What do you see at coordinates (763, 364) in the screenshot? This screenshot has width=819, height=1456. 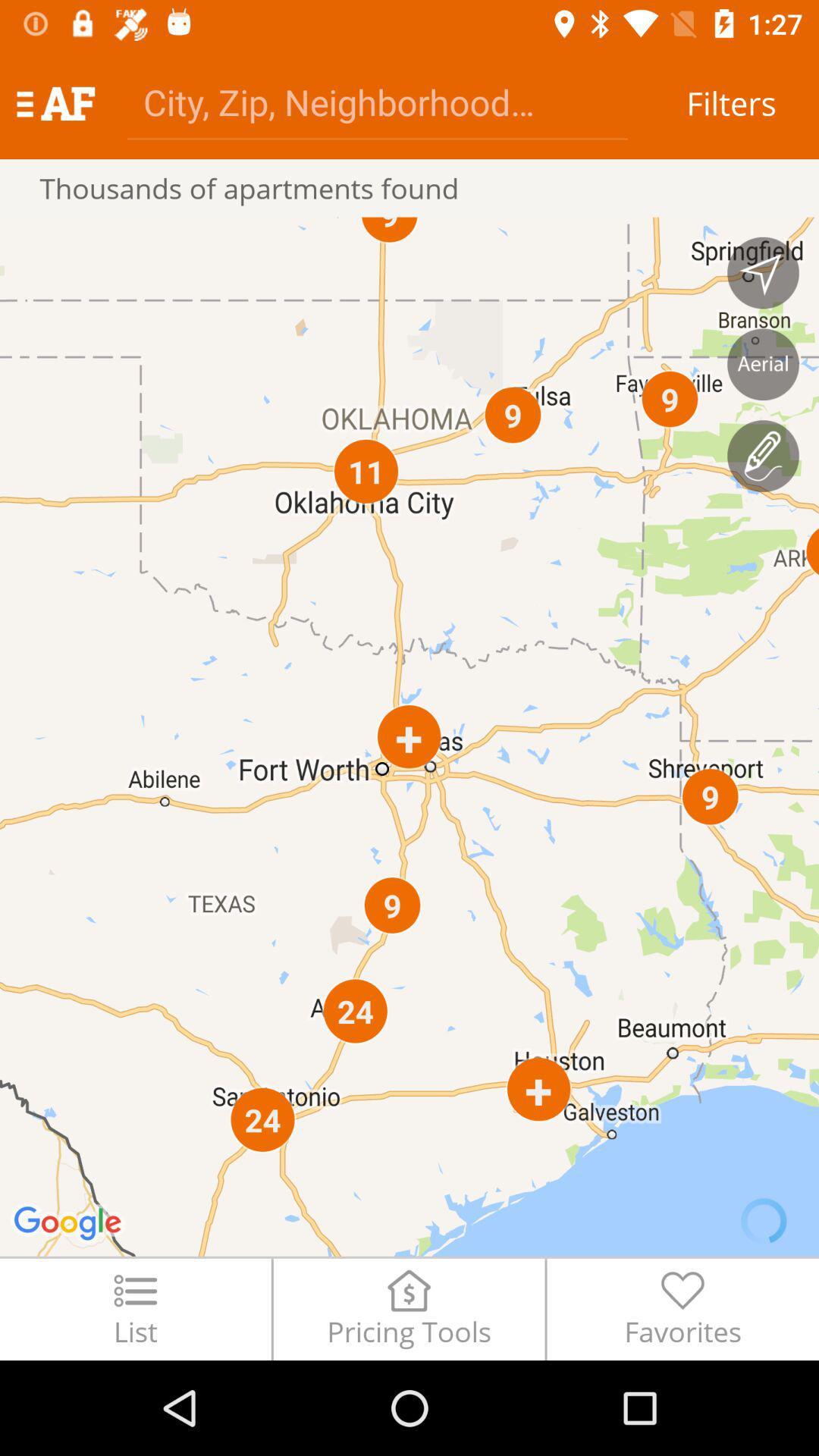 I see `place` at bounding box center [763, 364].